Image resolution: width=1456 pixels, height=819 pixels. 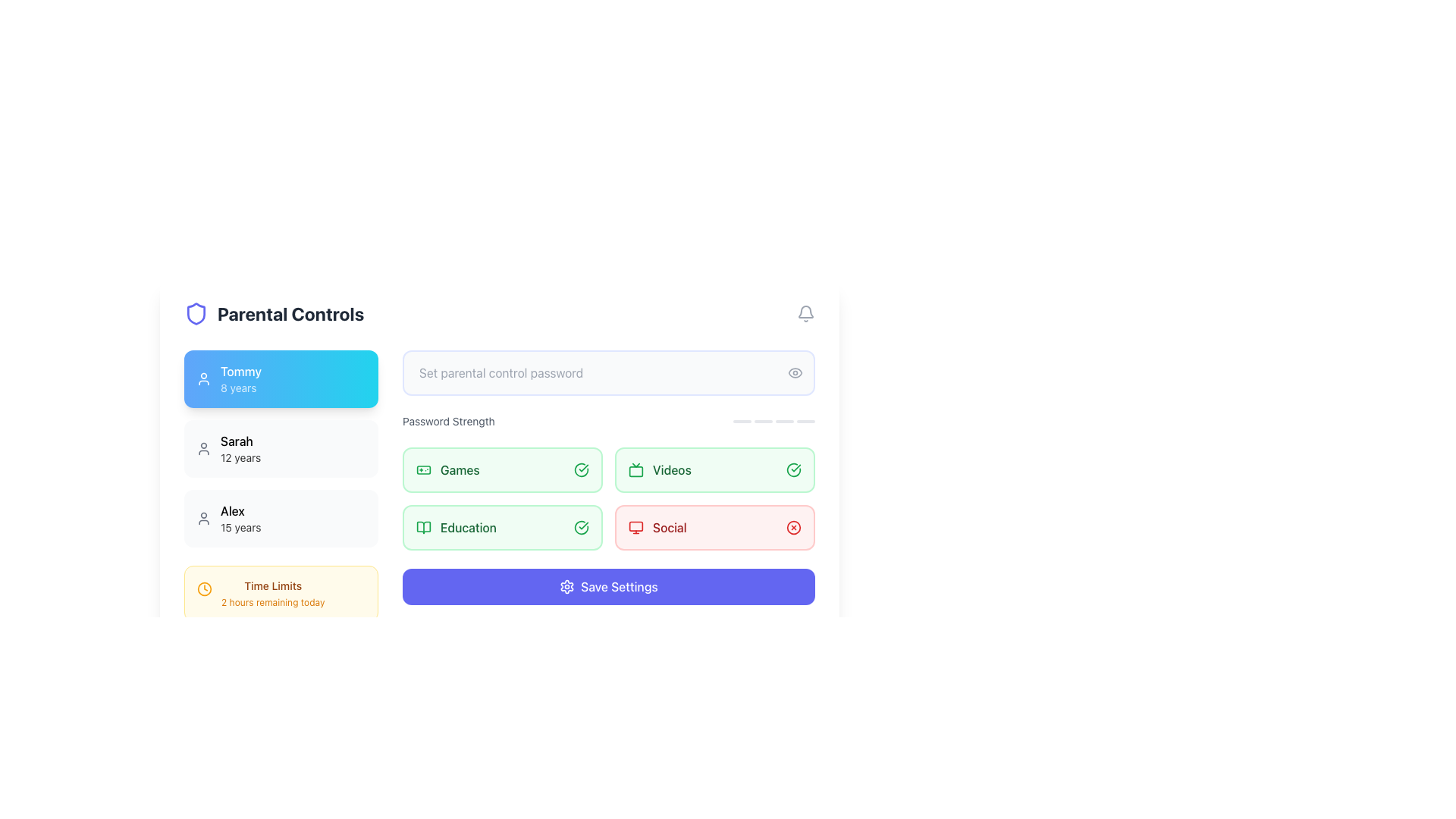 I want to click on the 'Save Settings' button, which is a blue rectangular button with white text, positioned near the bottom center of the interface, so click(x=619, y=586).